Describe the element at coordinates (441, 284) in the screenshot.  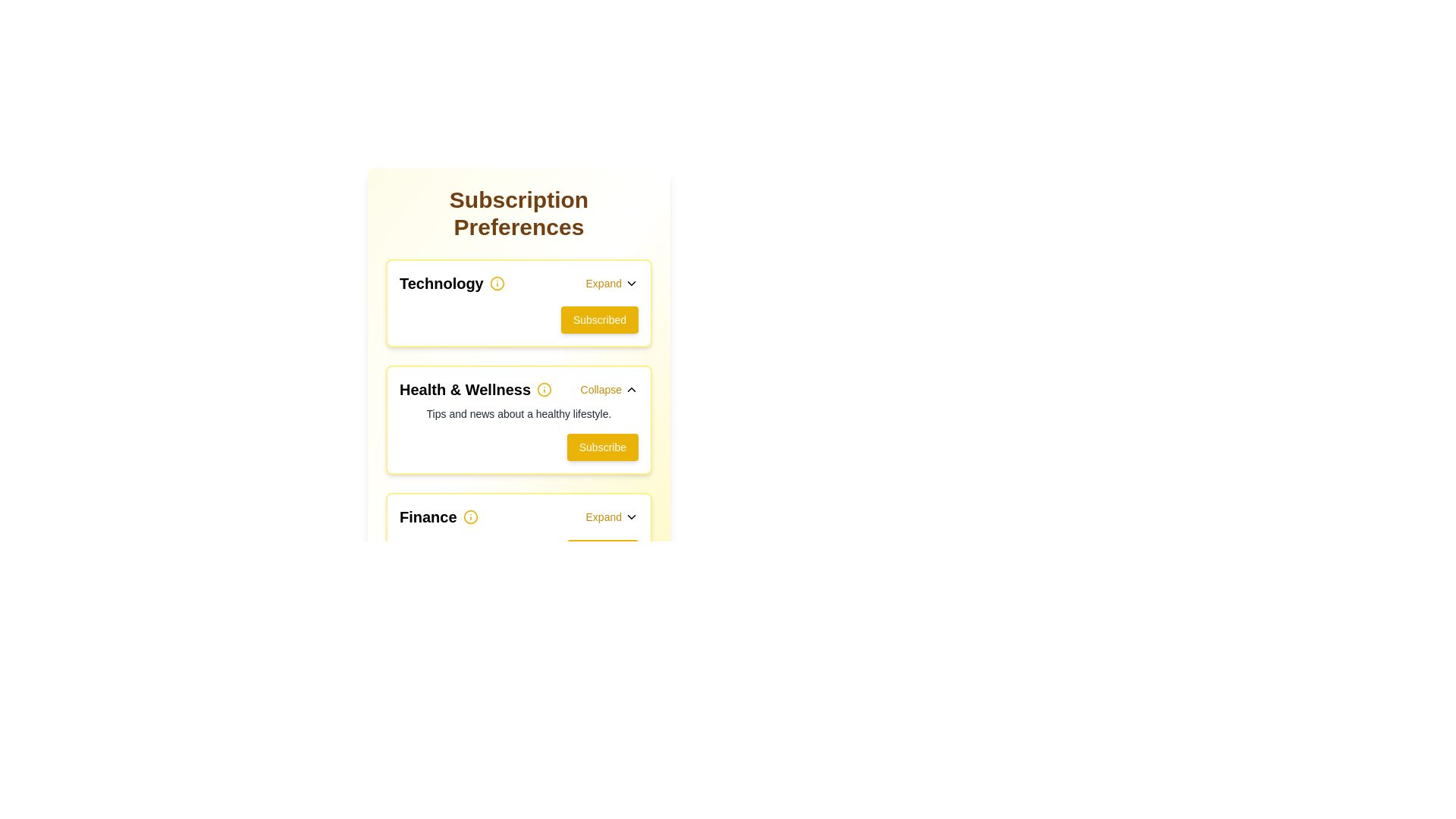
I see `'Technology' category label text that identifies the content topic for subscription preferences` at that location.